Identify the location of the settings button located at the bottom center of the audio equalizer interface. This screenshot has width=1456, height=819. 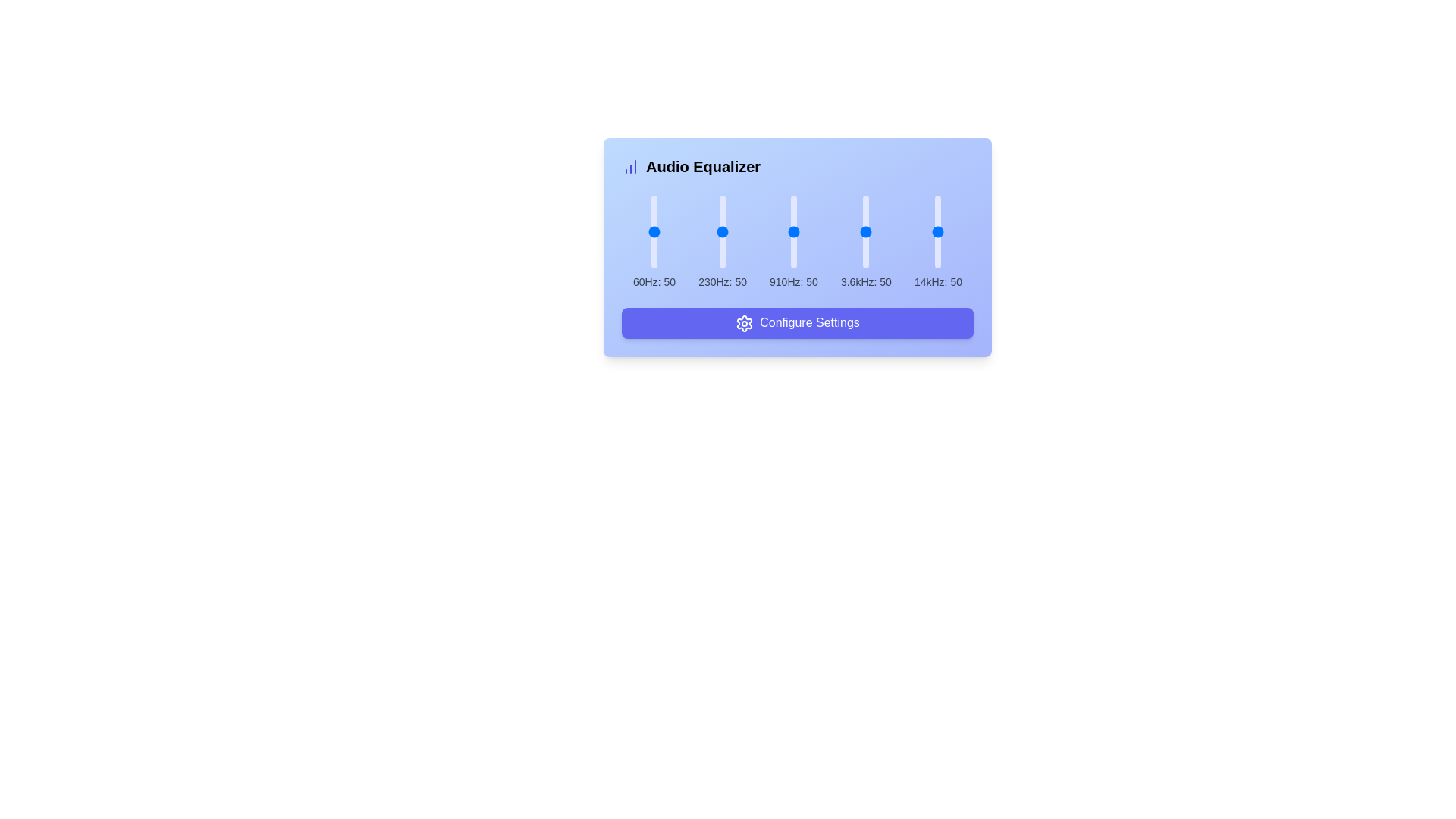
(796, 322).